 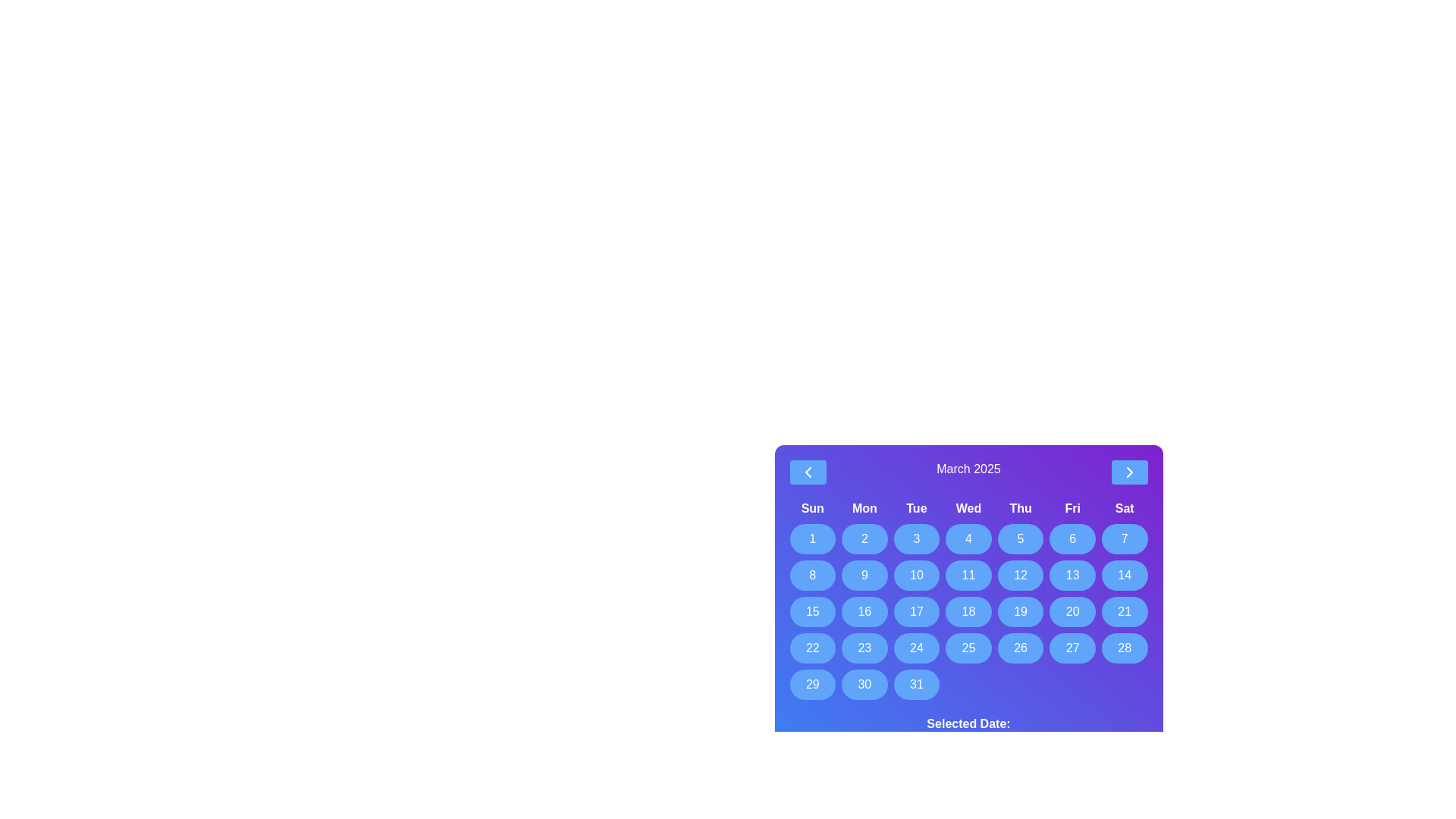 What do you see at coordinates (807, 472) in the screenshot?
I see `the small blue rectangular button with rounded corners containing a left-pointing chevron icon, located in the top-left corner of the calendar interface` at bounding box center [807, 472].